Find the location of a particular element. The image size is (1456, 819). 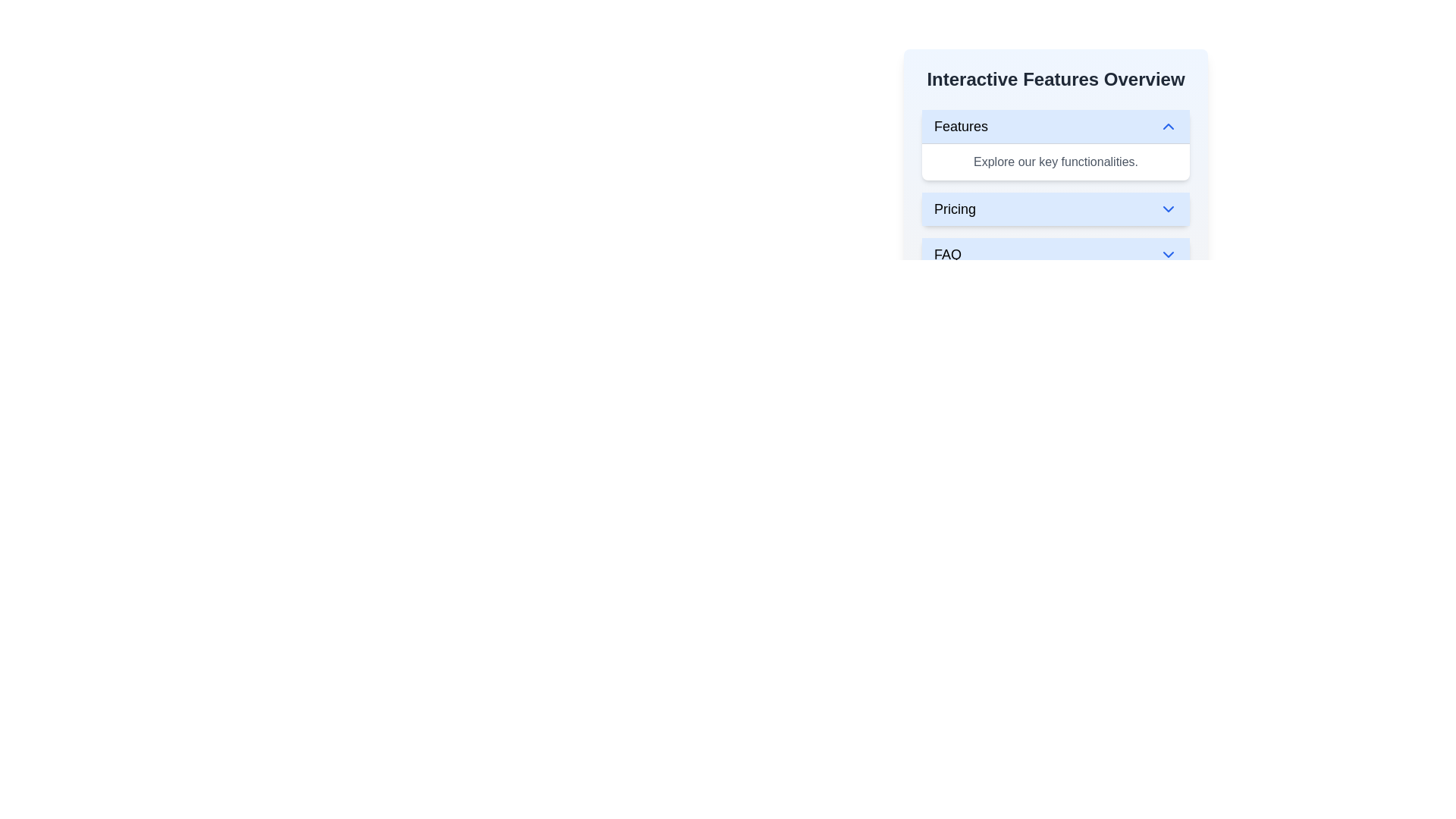

the FAQ toggle button located below the 'Pricing' section is located at coordinates (1055, 253).